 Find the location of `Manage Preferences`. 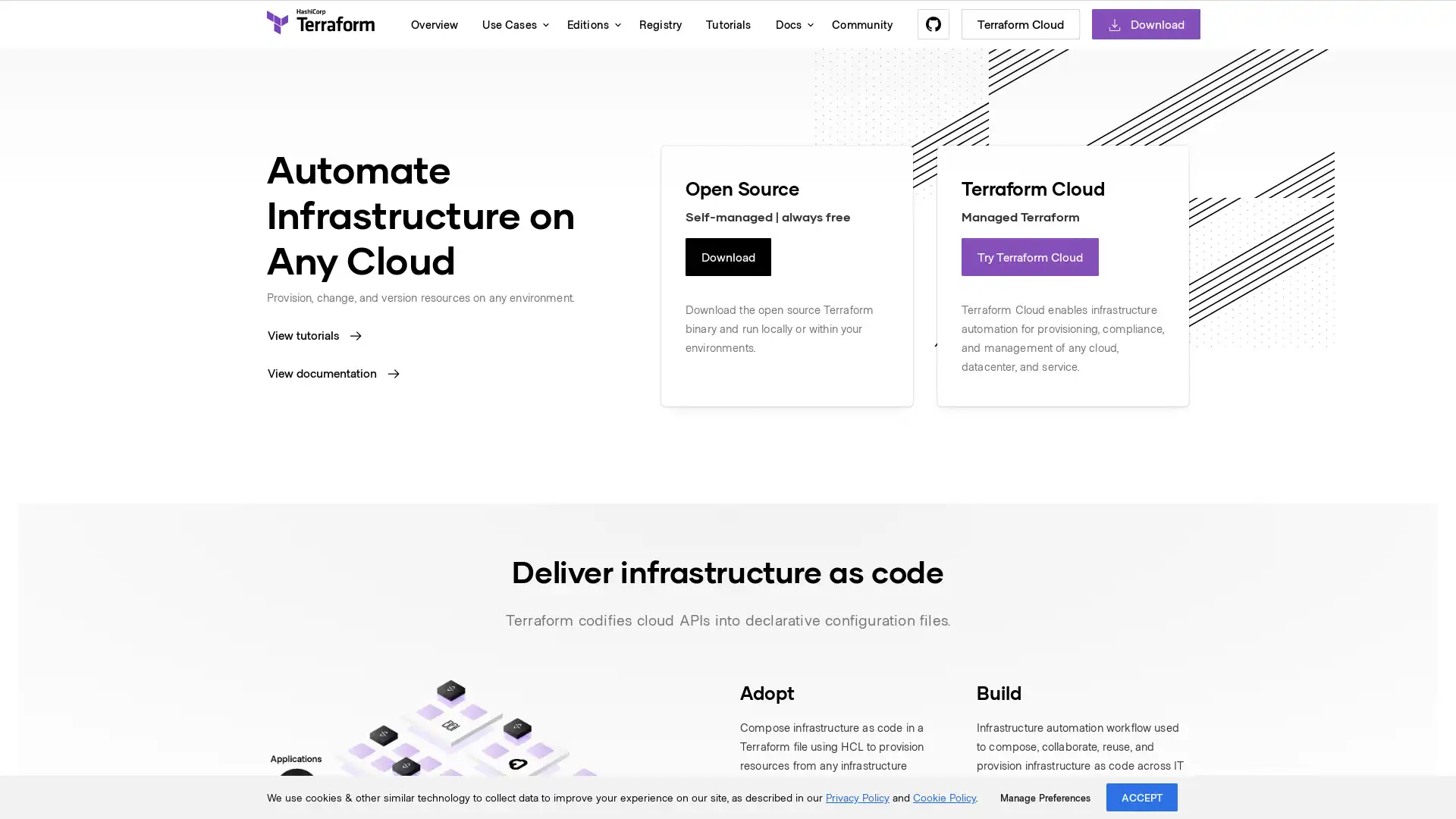

Manage Preferences is located at coordinates (1044, 797).